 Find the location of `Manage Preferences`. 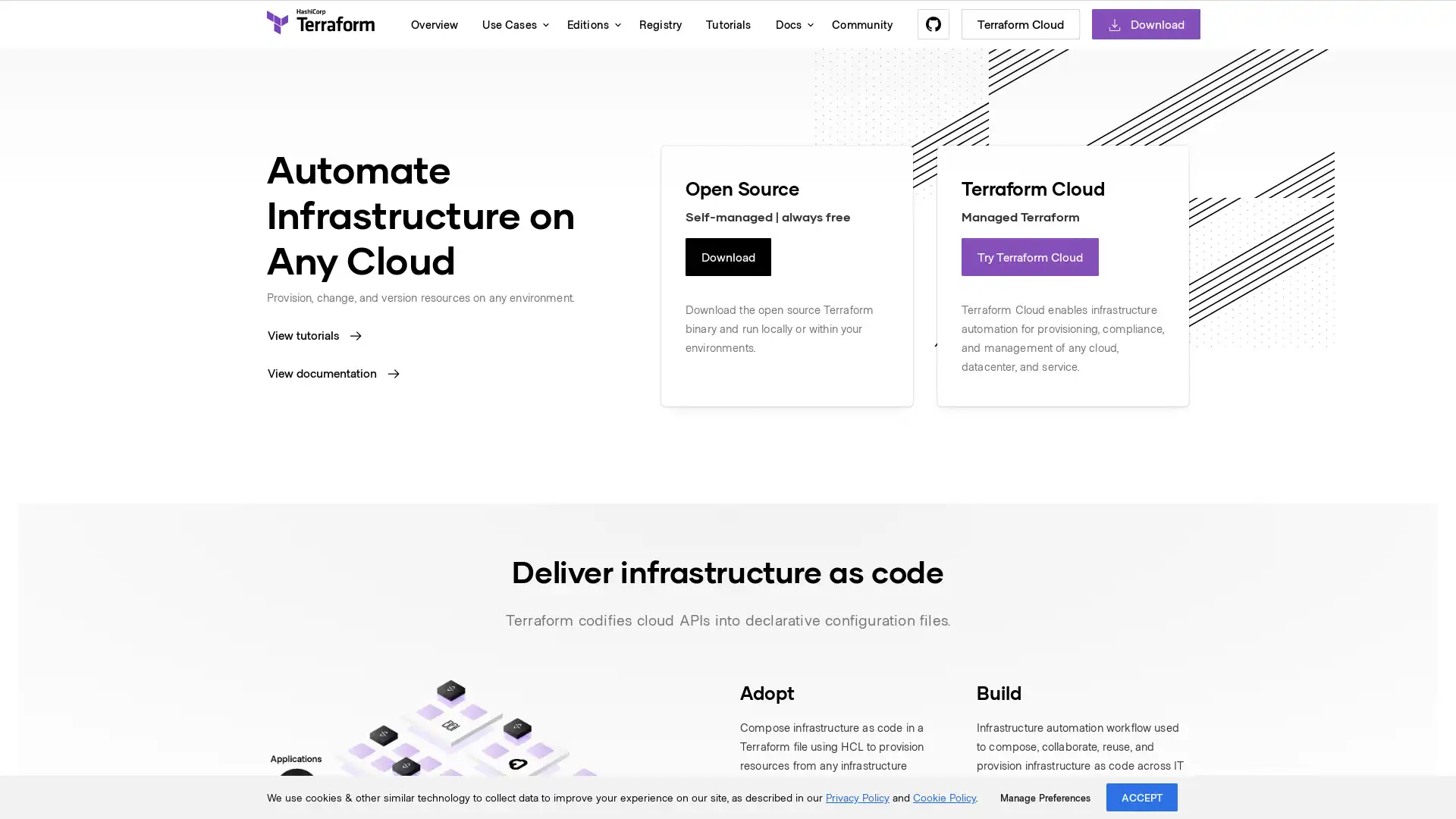

Manage Preferences is located at coordinates (1044, 797).